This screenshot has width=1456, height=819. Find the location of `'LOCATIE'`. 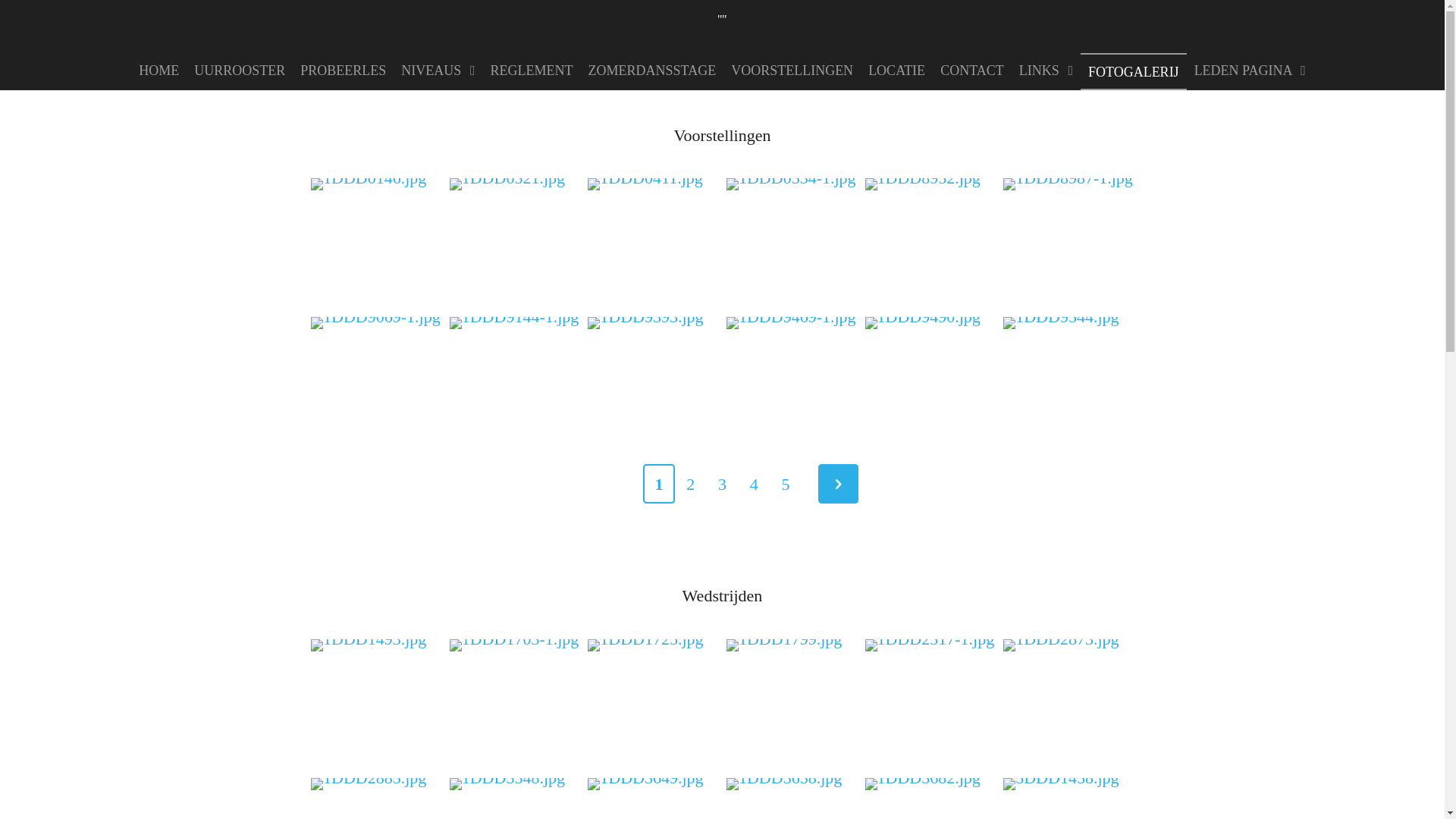

'LOCATIE' is located at coordinates (896, 70).